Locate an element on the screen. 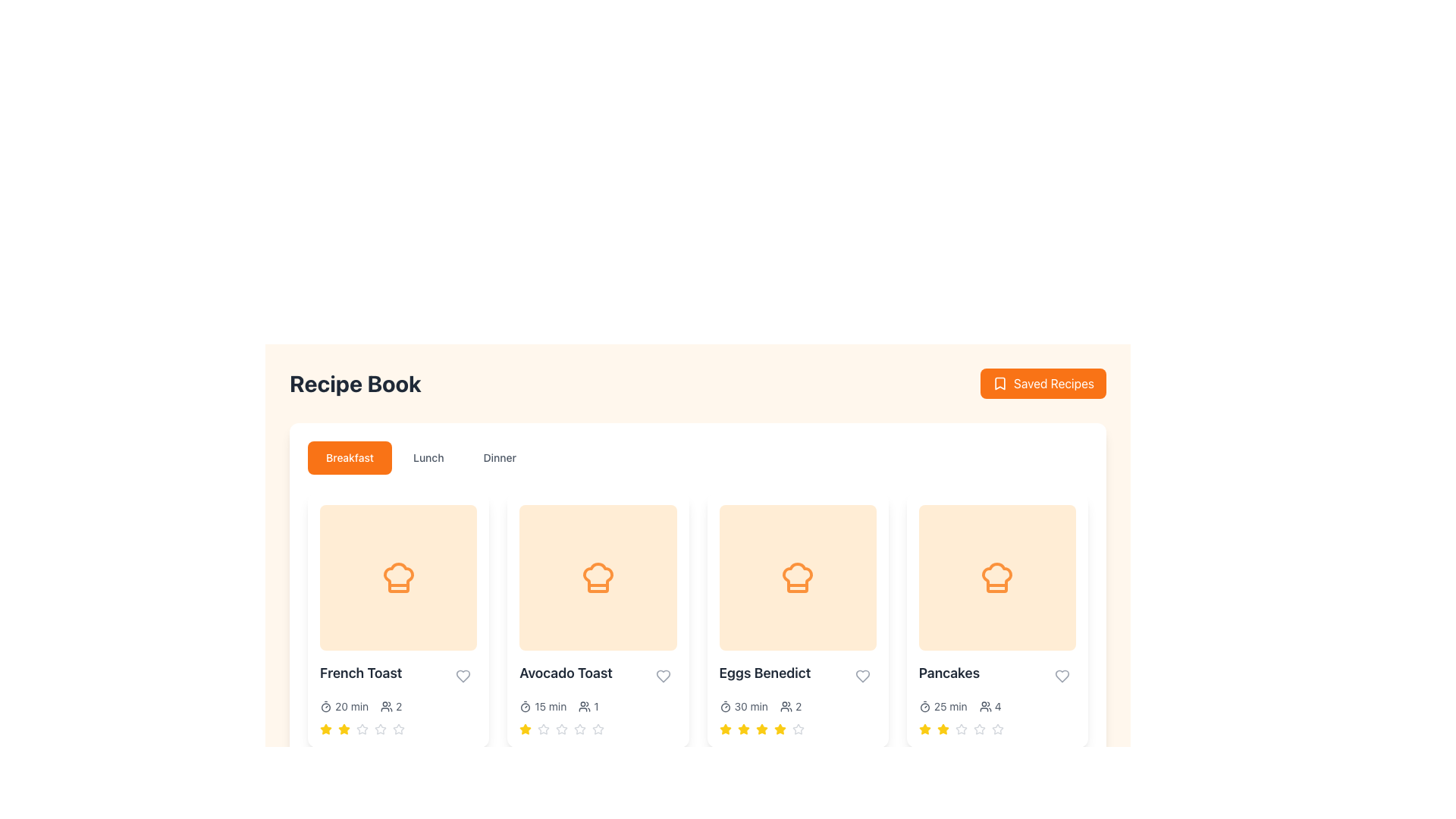 Image resolution: width=1456 pixels, height=819 pixels. information displayed in the text label at the lower section of the 'French Toast' recipe card, which includes the estimated preparation time ('20 min') and serving size ('2') is located at coordinates (398, 707).